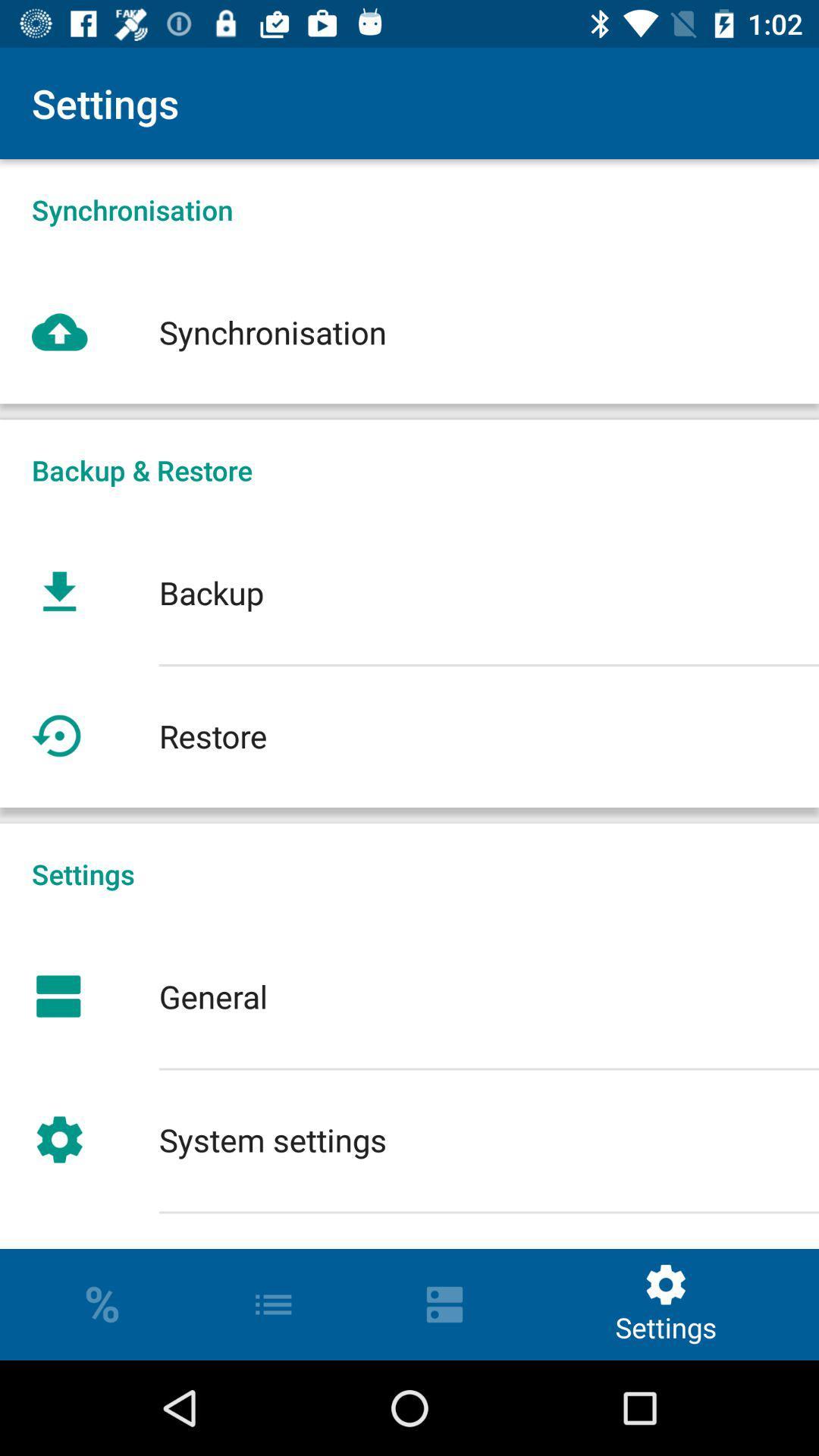 This screenshot has width=819, height=1456. What do you see at coordinates (102, 1304) in the screenshot?
I see `the first button in the blue background which is at the bottom of the page` at bounding box center [102, 1304].